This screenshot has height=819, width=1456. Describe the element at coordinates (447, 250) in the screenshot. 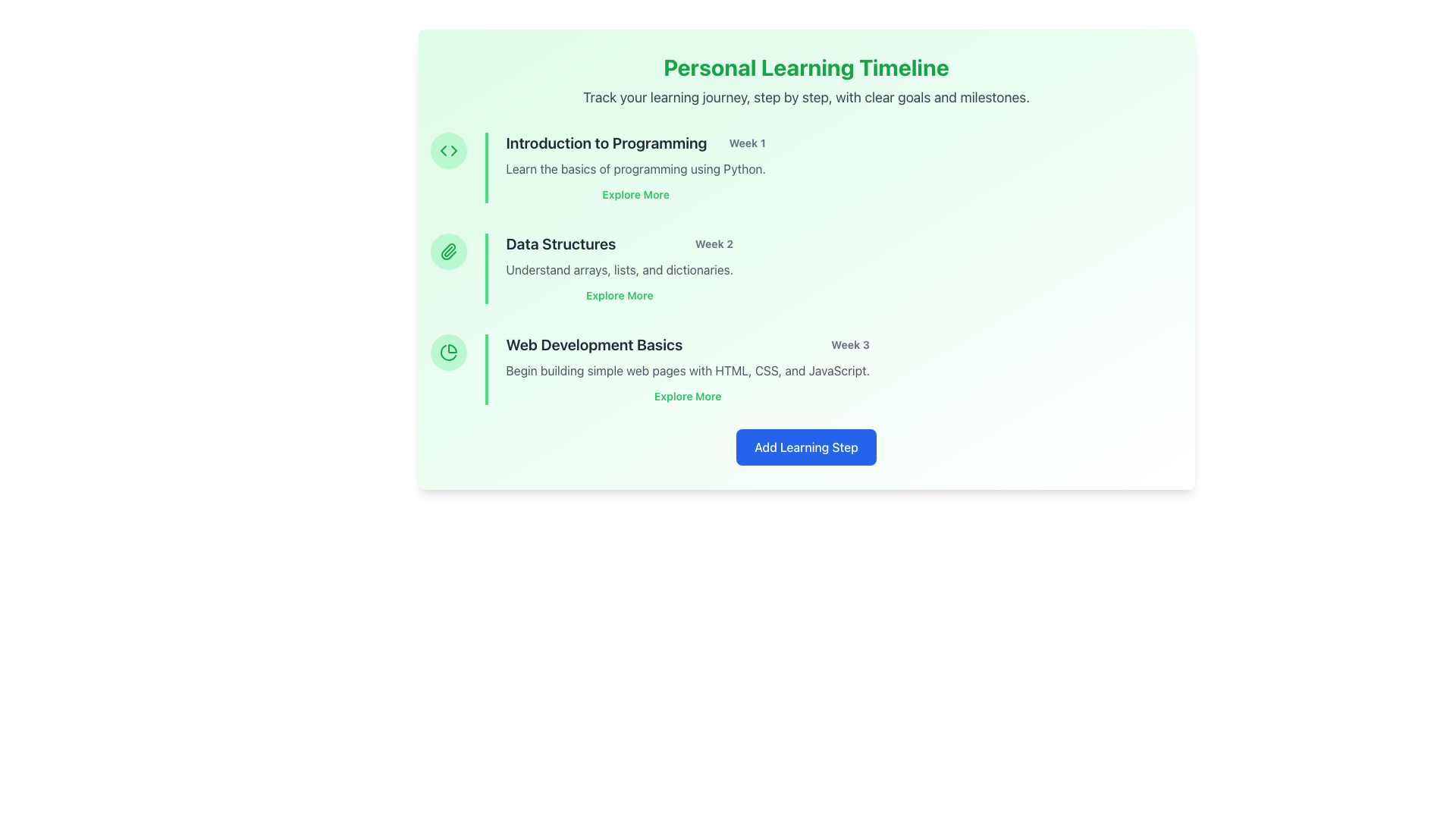

I see `the green paperclip icon located to the left of the 'Data Structures' content, which is the second icon in a vertical list of similar icons` at that location.